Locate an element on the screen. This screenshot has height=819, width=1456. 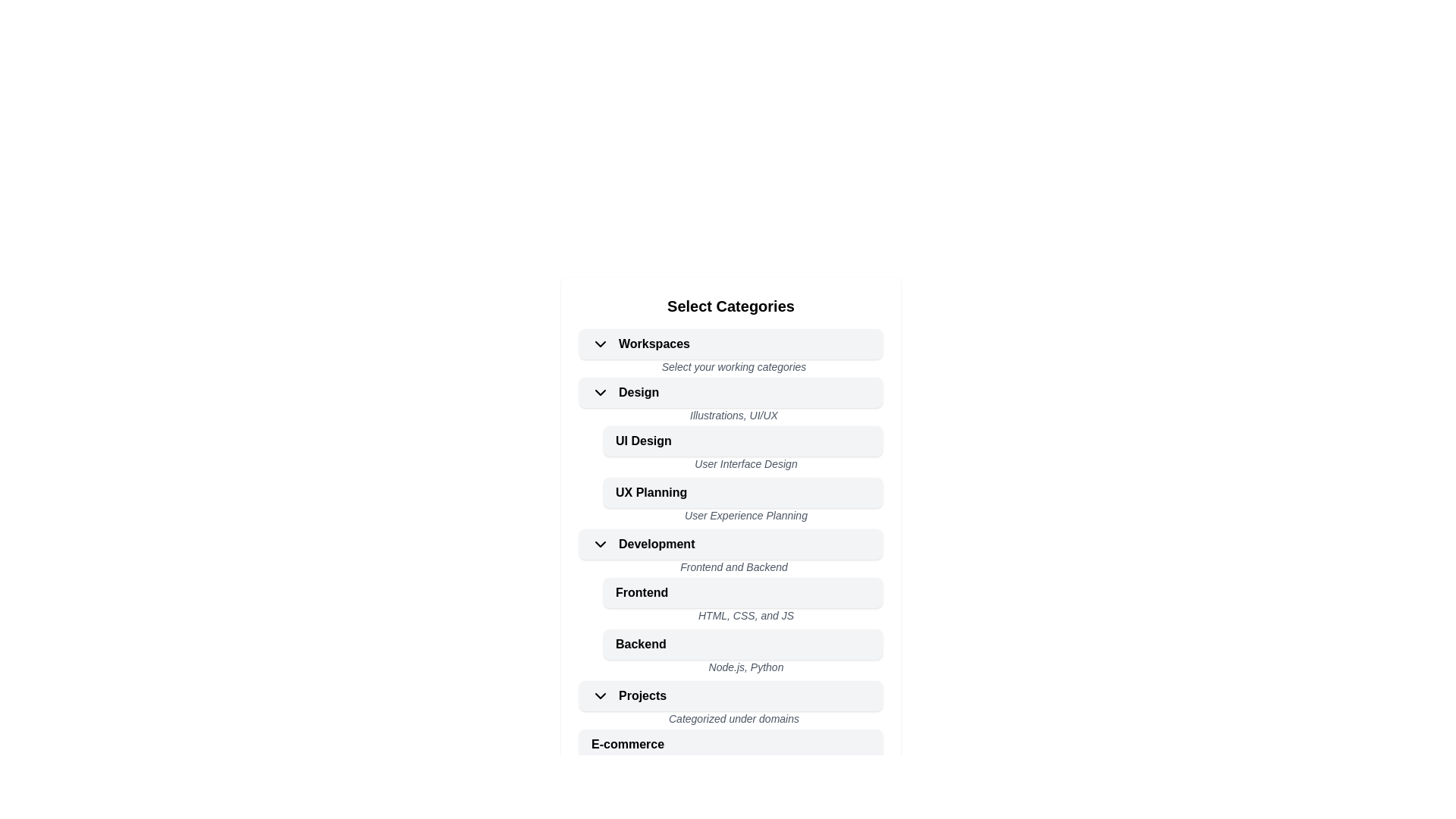
the downward-pointing chevron icon located to the left of the 'Development' text is located at coordinates (604, 543).